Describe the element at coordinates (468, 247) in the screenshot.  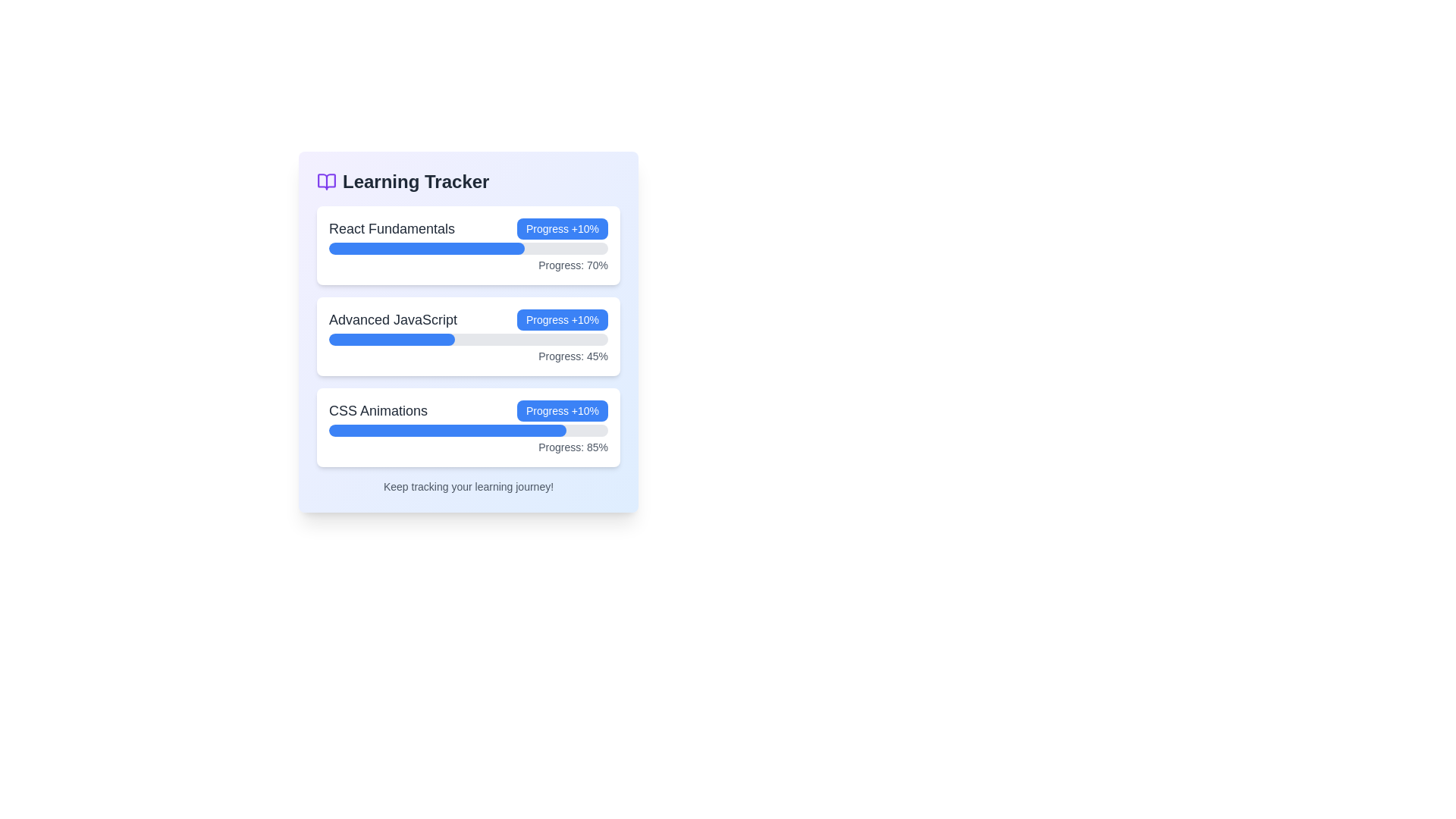
I see `the progress bar within the 'React Fundamentals' card, which is styled as a rounded rectangular shape with a blue fill indicating 70% completion` at that location.